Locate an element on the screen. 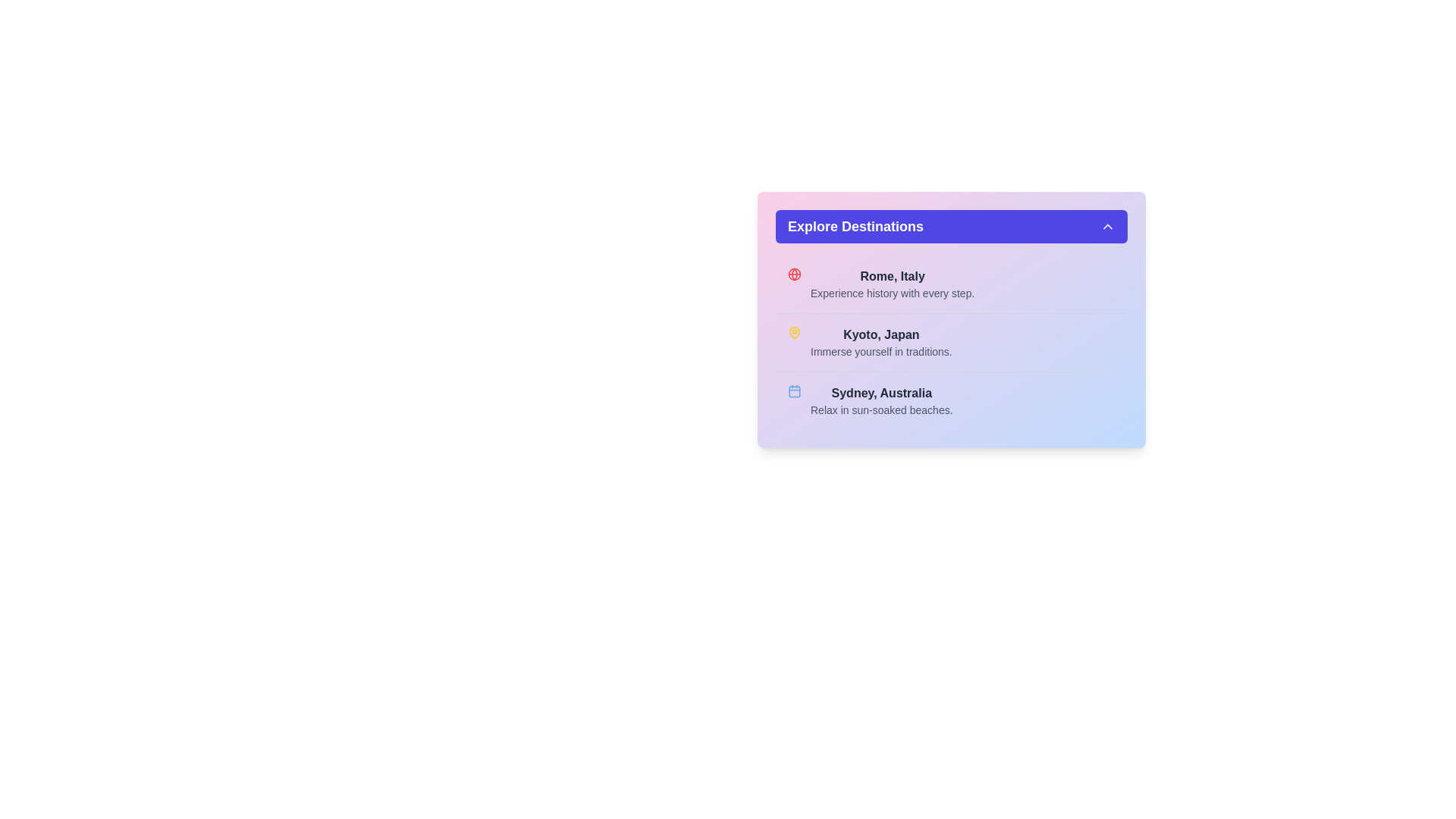 Image resolution: width=1456 pixels, height=819 pixels. the informational card representing the destination Kyoto, Japan, which is the second item in a vertical list with a gradient background transitioning from pink to blue is located at coordinates (950, 323).